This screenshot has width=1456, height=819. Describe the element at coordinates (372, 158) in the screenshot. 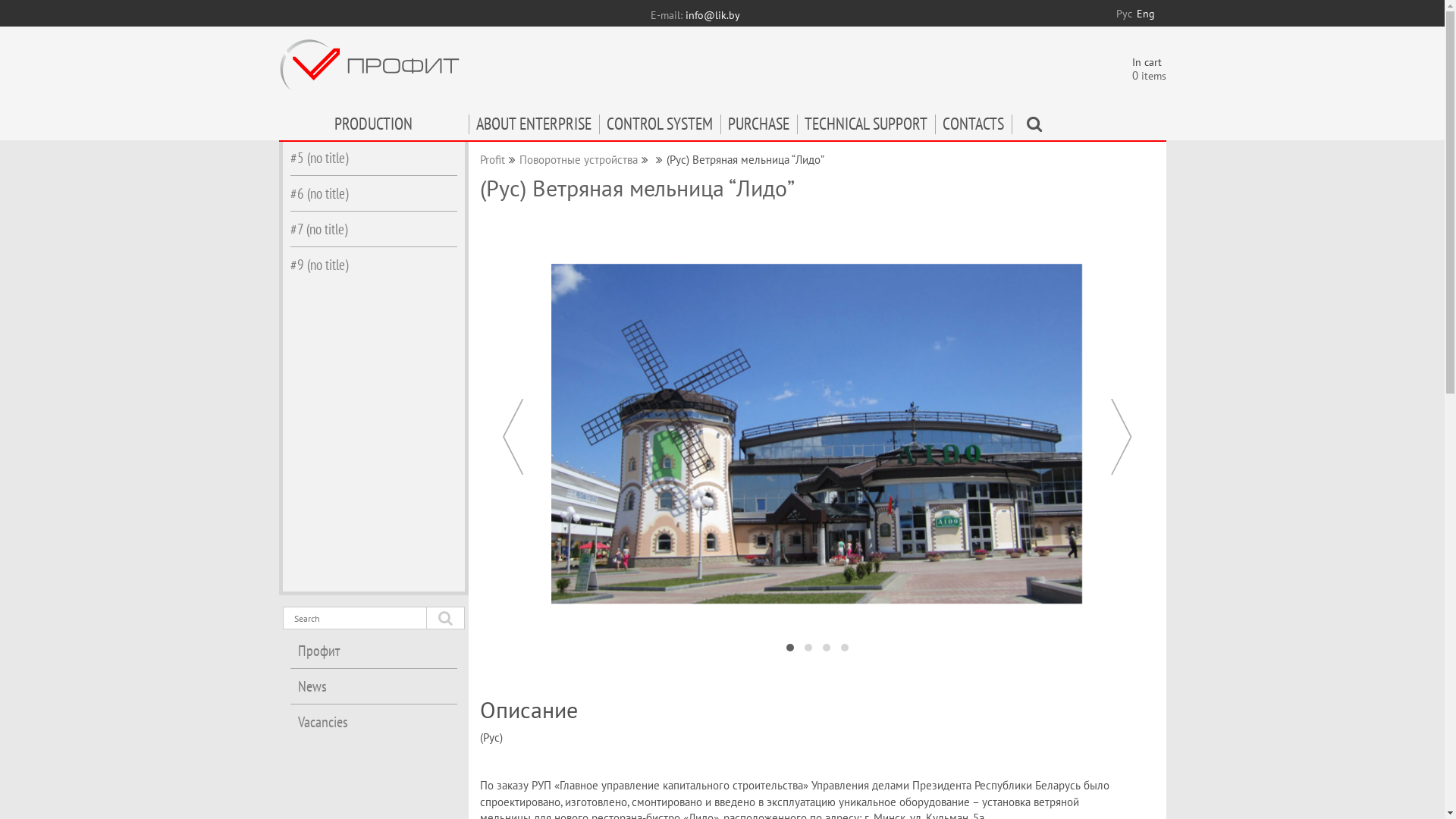

I see `'#5 (no title)'` at that location.